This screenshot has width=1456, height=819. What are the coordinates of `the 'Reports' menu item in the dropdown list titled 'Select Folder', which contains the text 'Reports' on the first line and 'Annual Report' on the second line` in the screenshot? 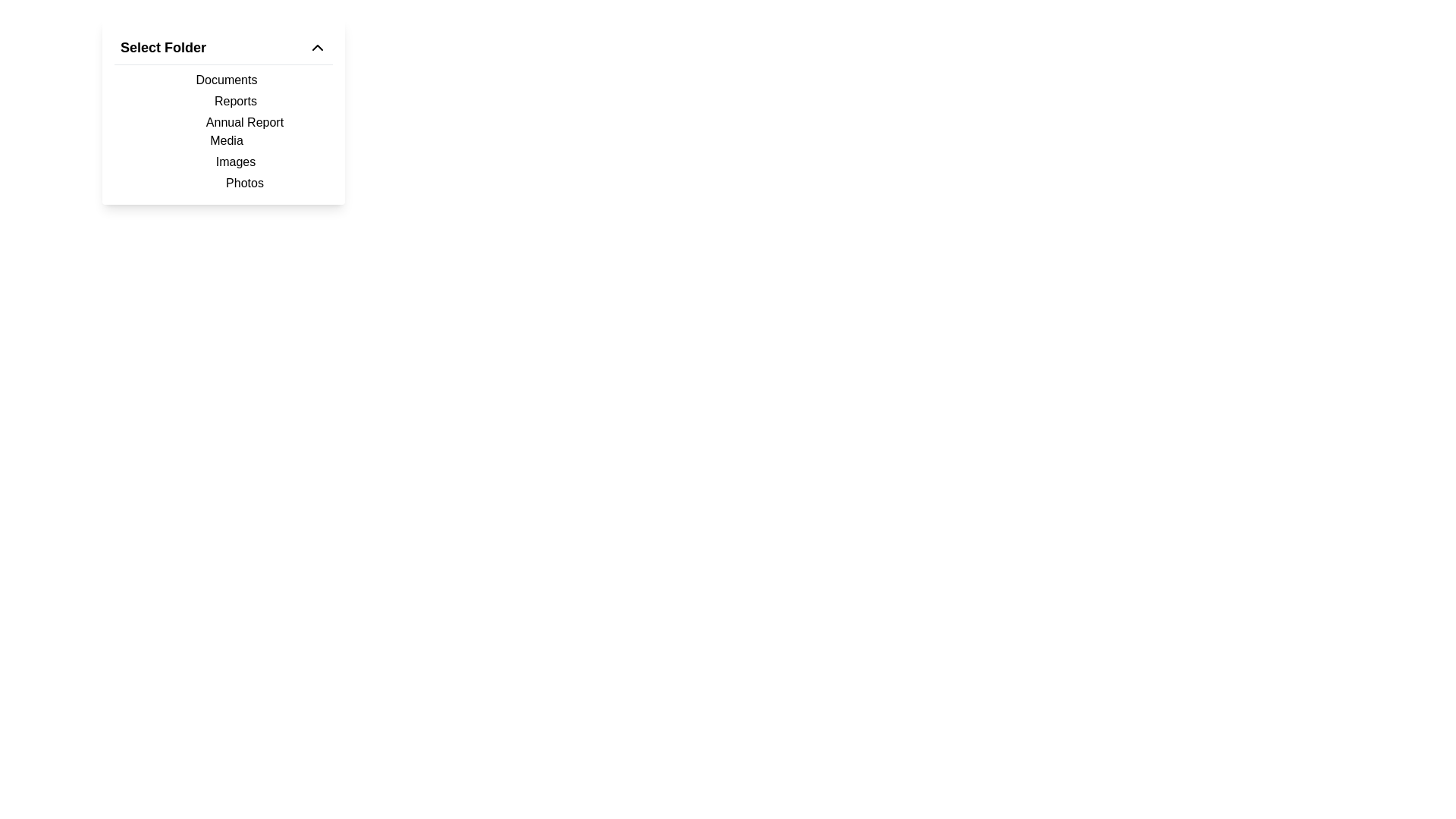 It's located at (232, 111).